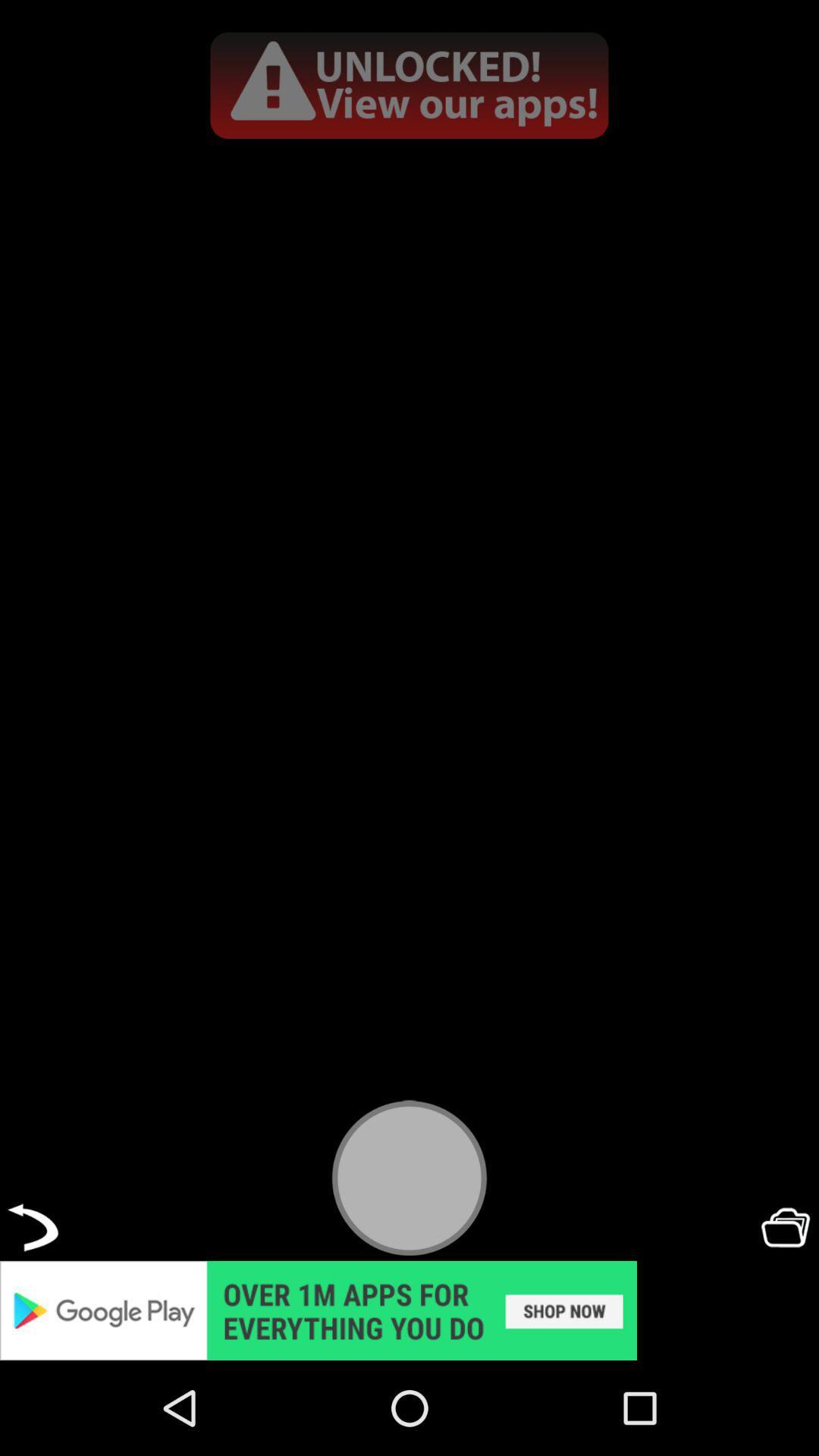 This screenshot has width=819, height=1456. I want to click on click advertisement, so click(409, 1310).